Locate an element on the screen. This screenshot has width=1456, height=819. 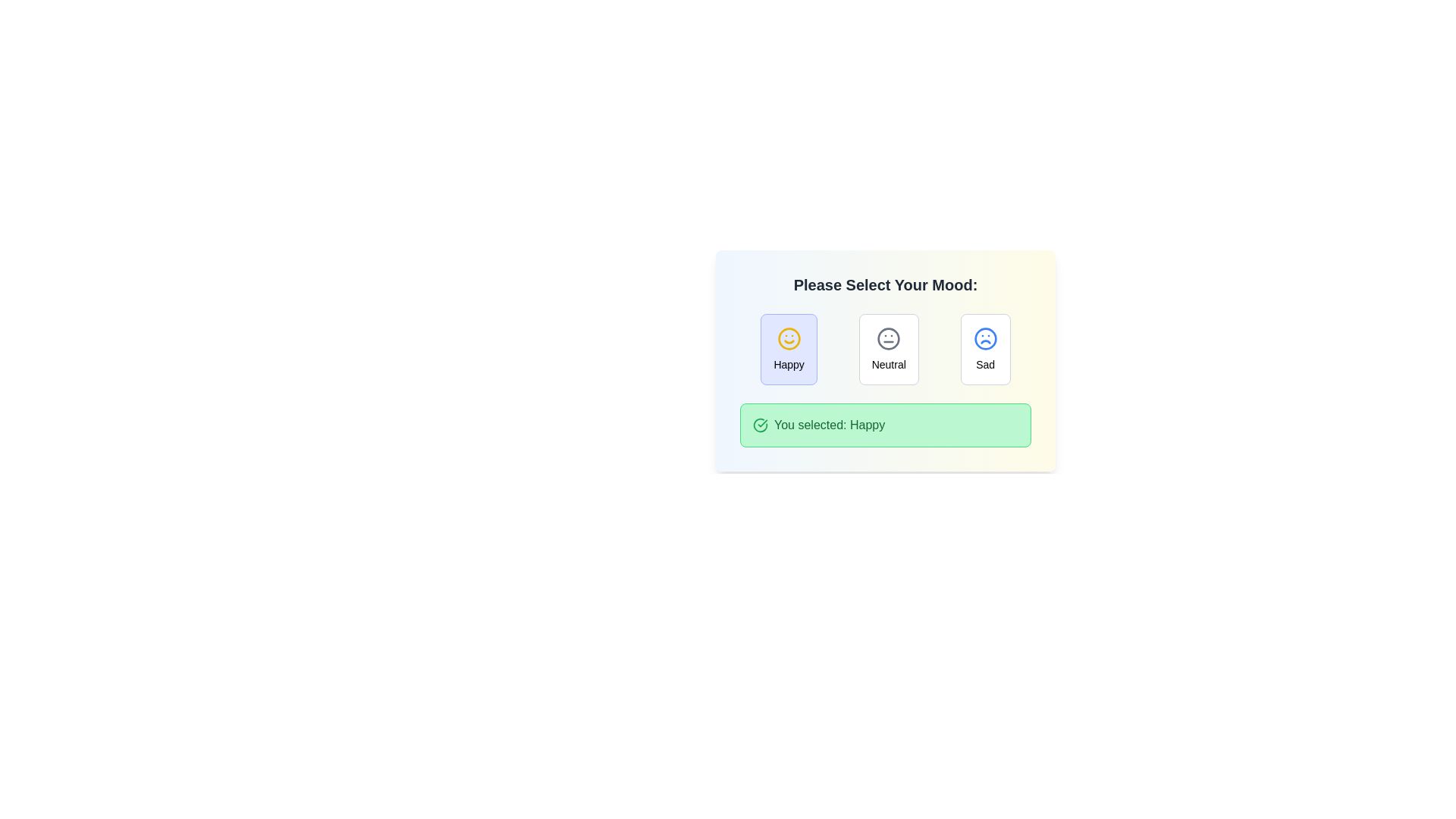
the confirmation icon located within the green notification box beside the text 'You selected: Happy' to interact with its underlying functionality is located at coordinates (761, 425).